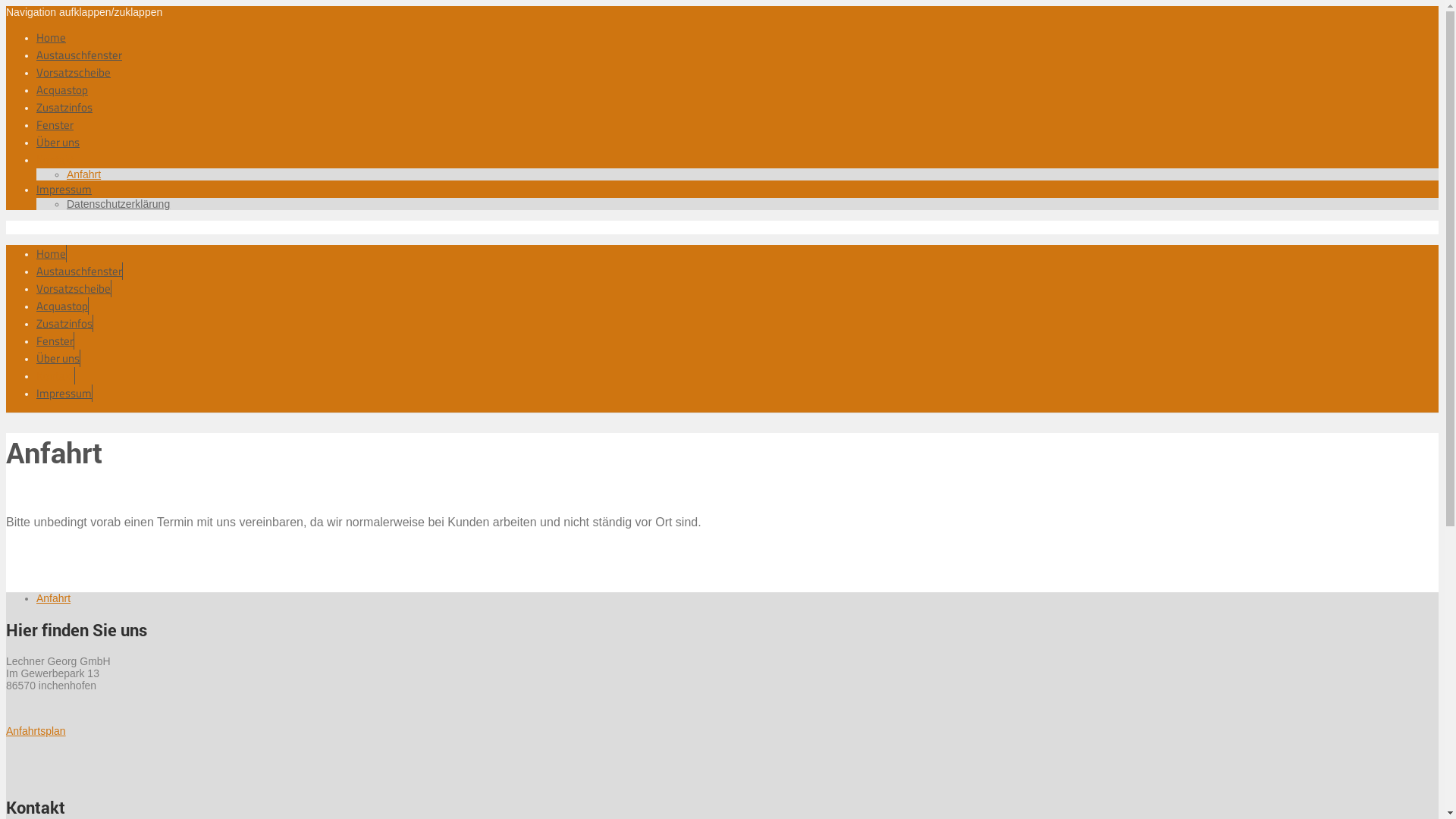  What do you see at coordinates (36, 106) in the screenshot?
I see `'Zusatzinfos'` at bounding box center [36, 106].